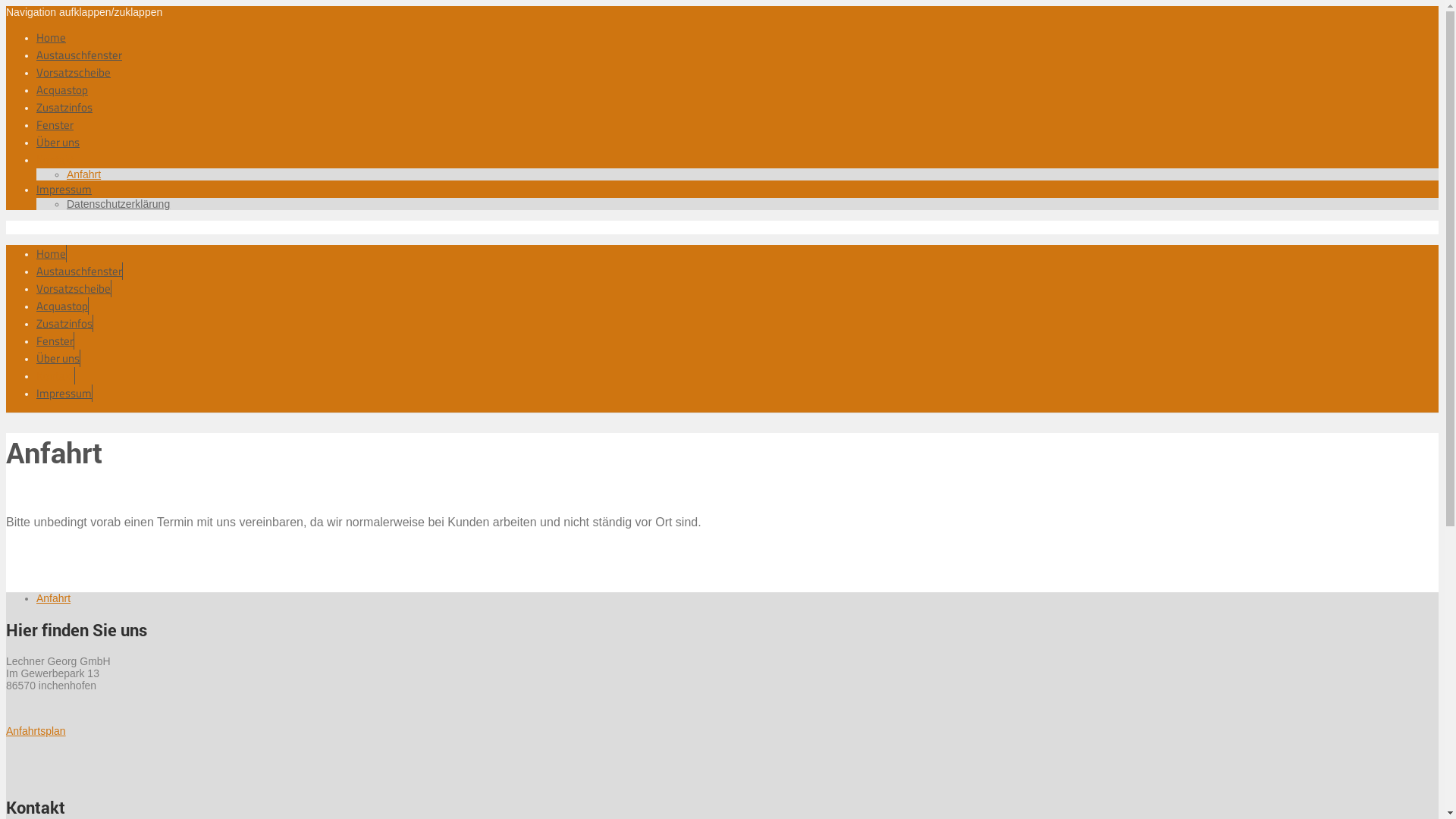  What do you see at coordinates (36, 106) in the screenshot?
I see `'Zusatzinfos'` at bounding box center [36, 106].